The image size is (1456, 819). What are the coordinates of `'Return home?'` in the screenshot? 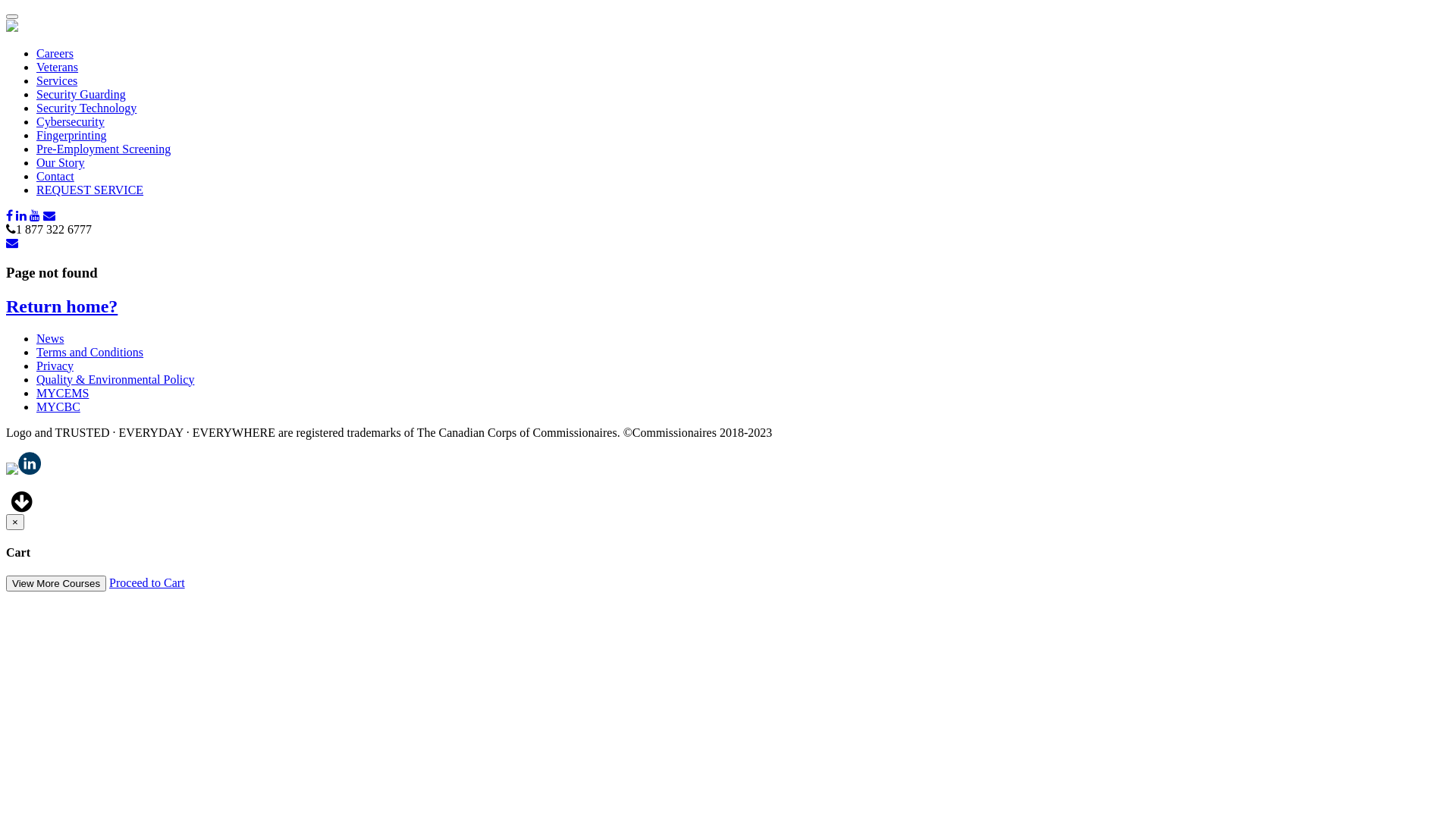 It's located at (6, 306).